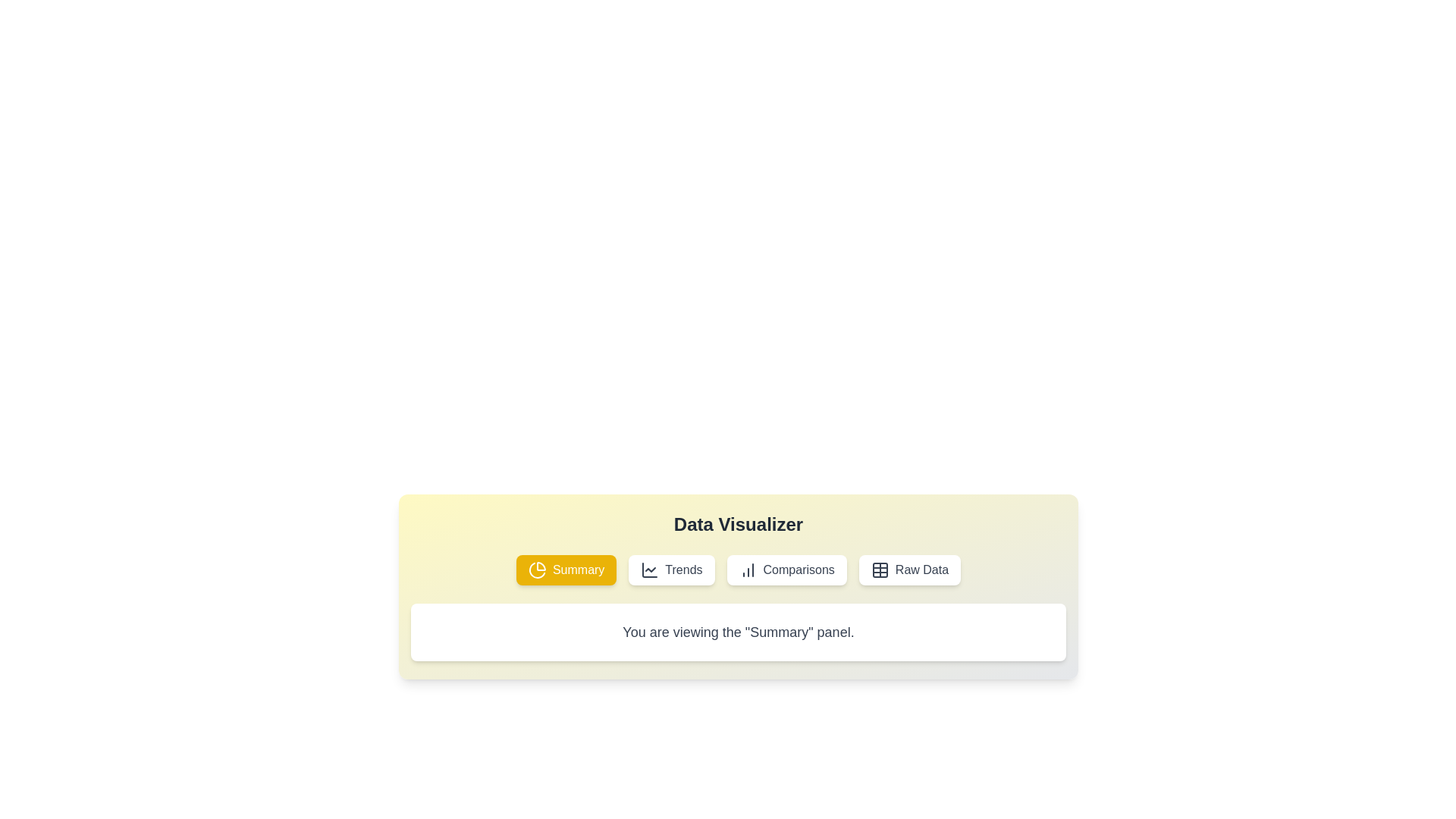  I want to click on the decorative icon for the 'Trends' button, which is located to the left of the 'Trends' text within the control panel, so click(650, 570).